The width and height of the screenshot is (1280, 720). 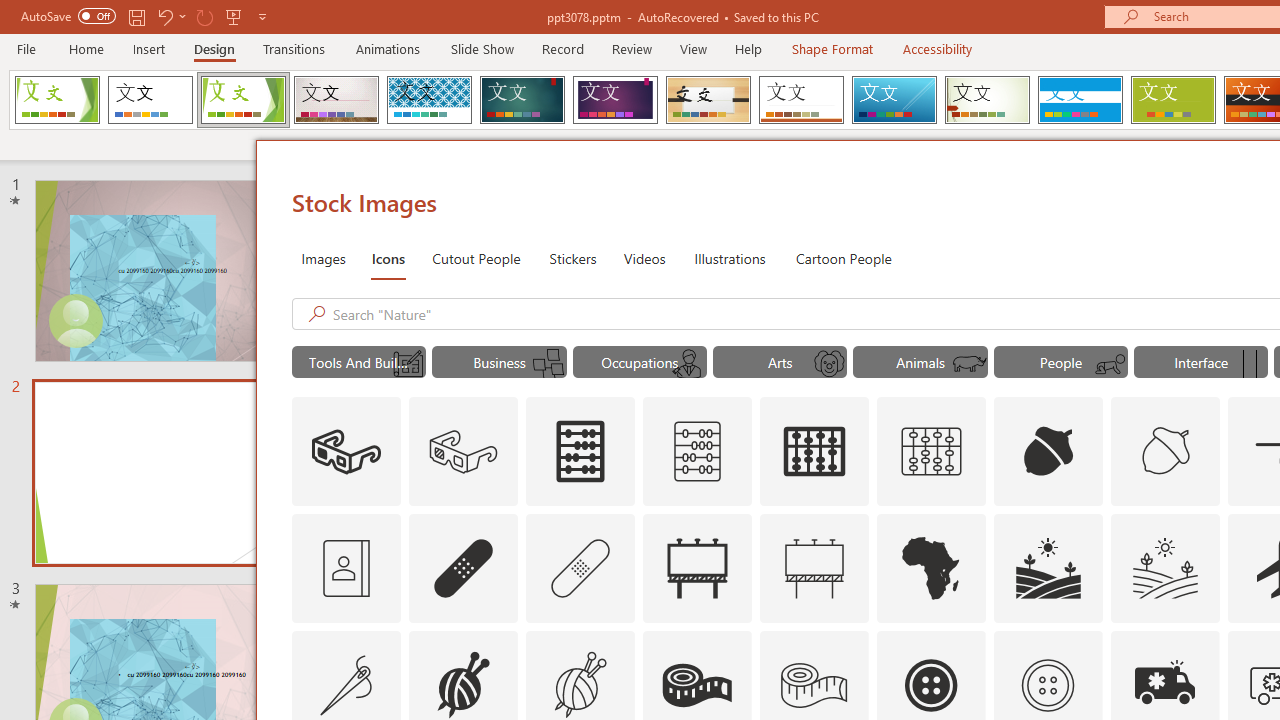 What do you see at coordinates (815, 568) in the screenshot?
I see `'AutomationID: Icons_Advertising_M'` at bounding box center [815, 568].